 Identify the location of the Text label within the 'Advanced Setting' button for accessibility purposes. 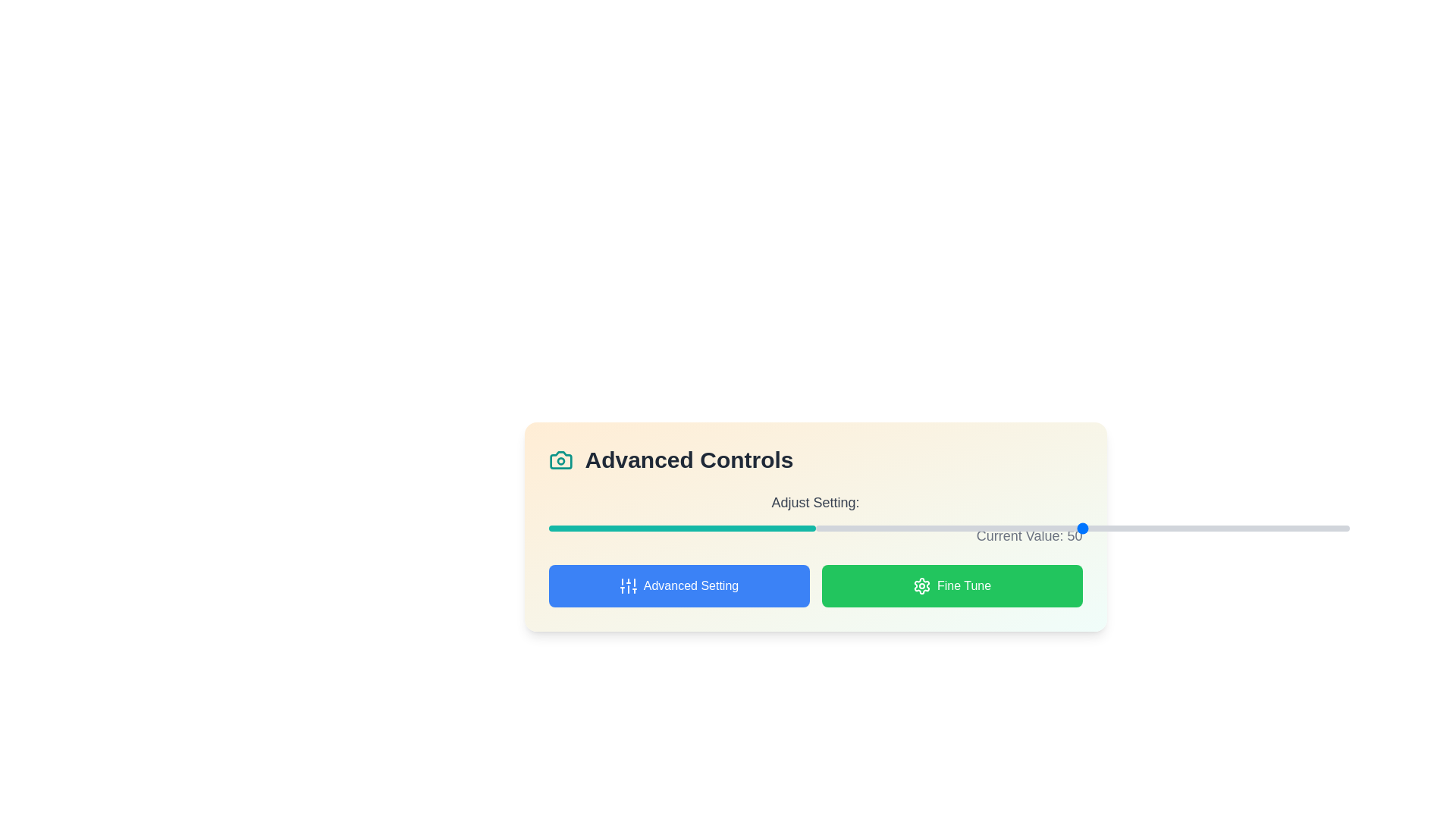
(690, 585).